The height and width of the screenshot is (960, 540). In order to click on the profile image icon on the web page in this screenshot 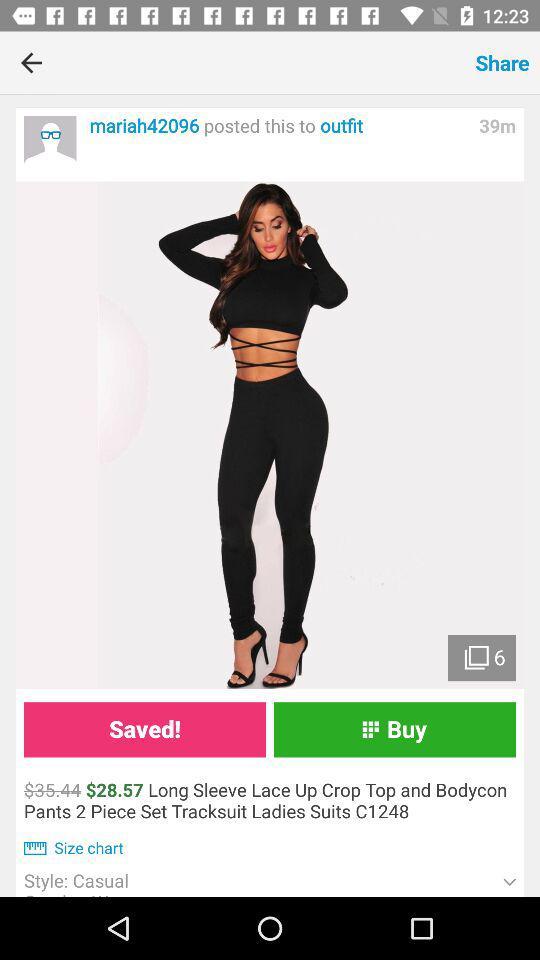, I will do `click(50, 140)`.